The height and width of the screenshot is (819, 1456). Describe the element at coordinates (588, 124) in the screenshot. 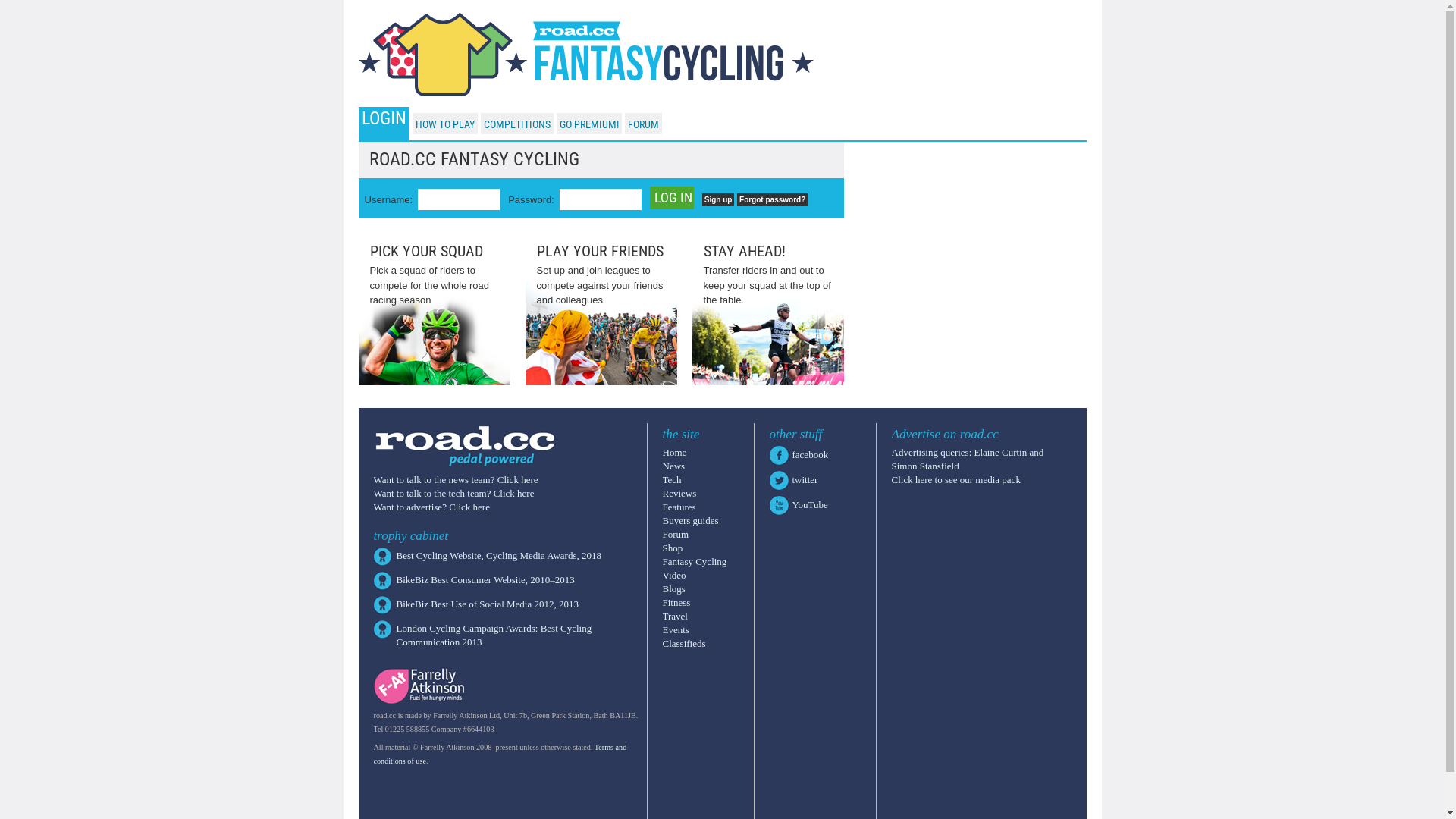

I see `'GO PREMIUM!'` at that location.